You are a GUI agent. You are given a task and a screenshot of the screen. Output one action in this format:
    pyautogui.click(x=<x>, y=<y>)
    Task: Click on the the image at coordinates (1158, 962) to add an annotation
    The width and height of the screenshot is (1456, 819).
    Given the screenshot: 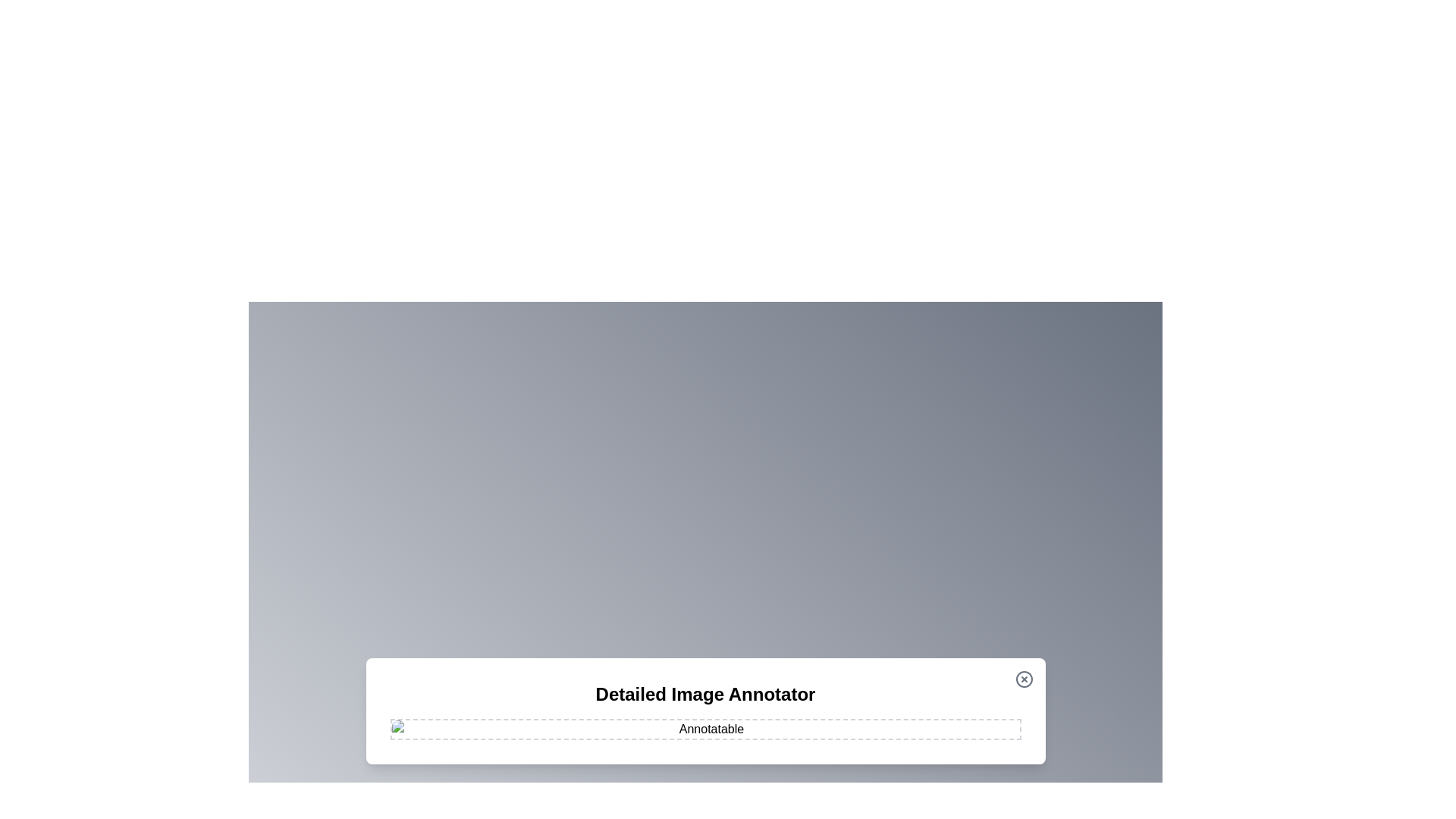 What is the action you would take?
    pyautogui.click(x=877, y=728)
    